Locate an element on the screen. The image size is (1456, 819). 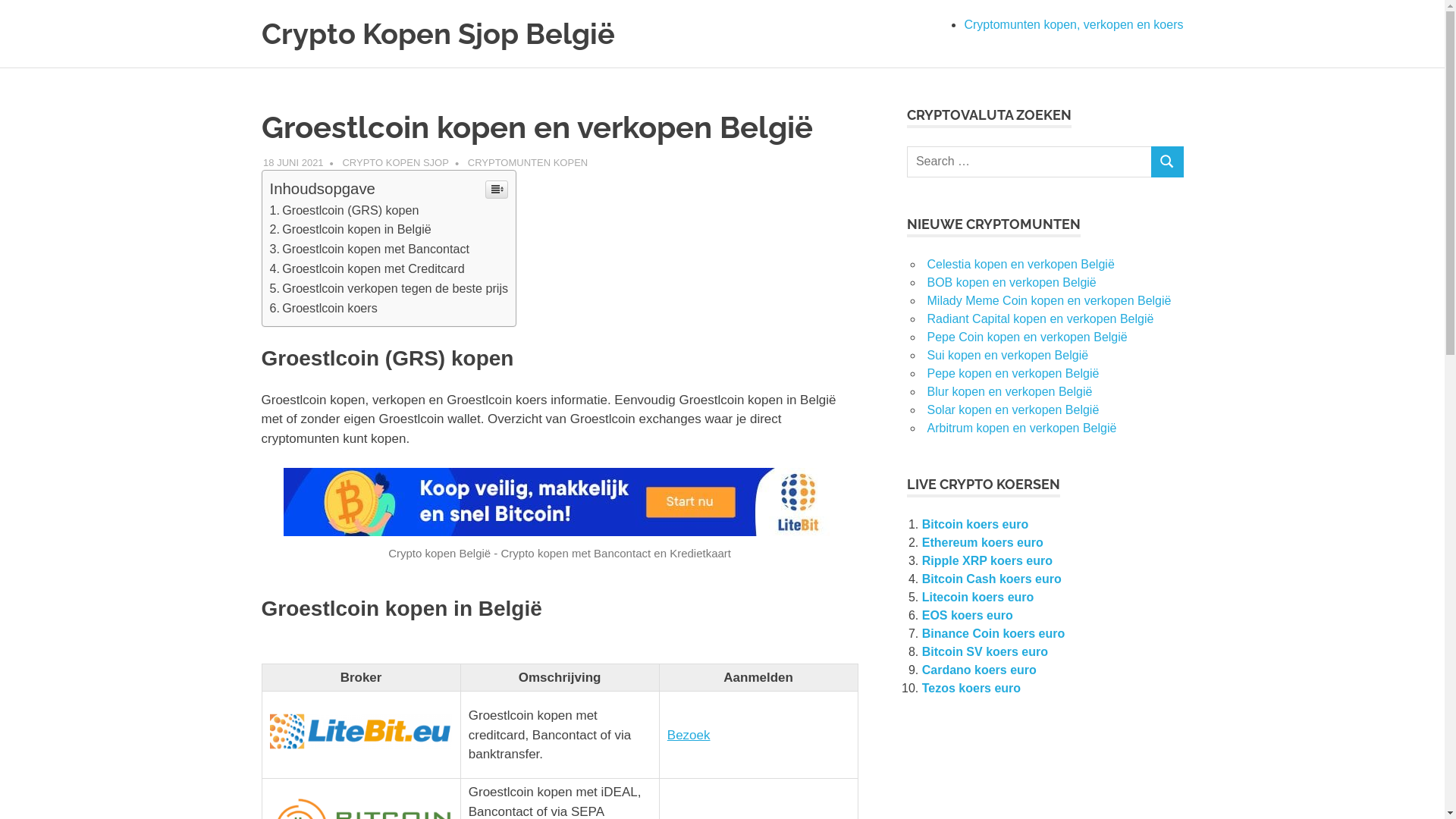
'Groestlcoin koers' is located at coordinates (323, 307).